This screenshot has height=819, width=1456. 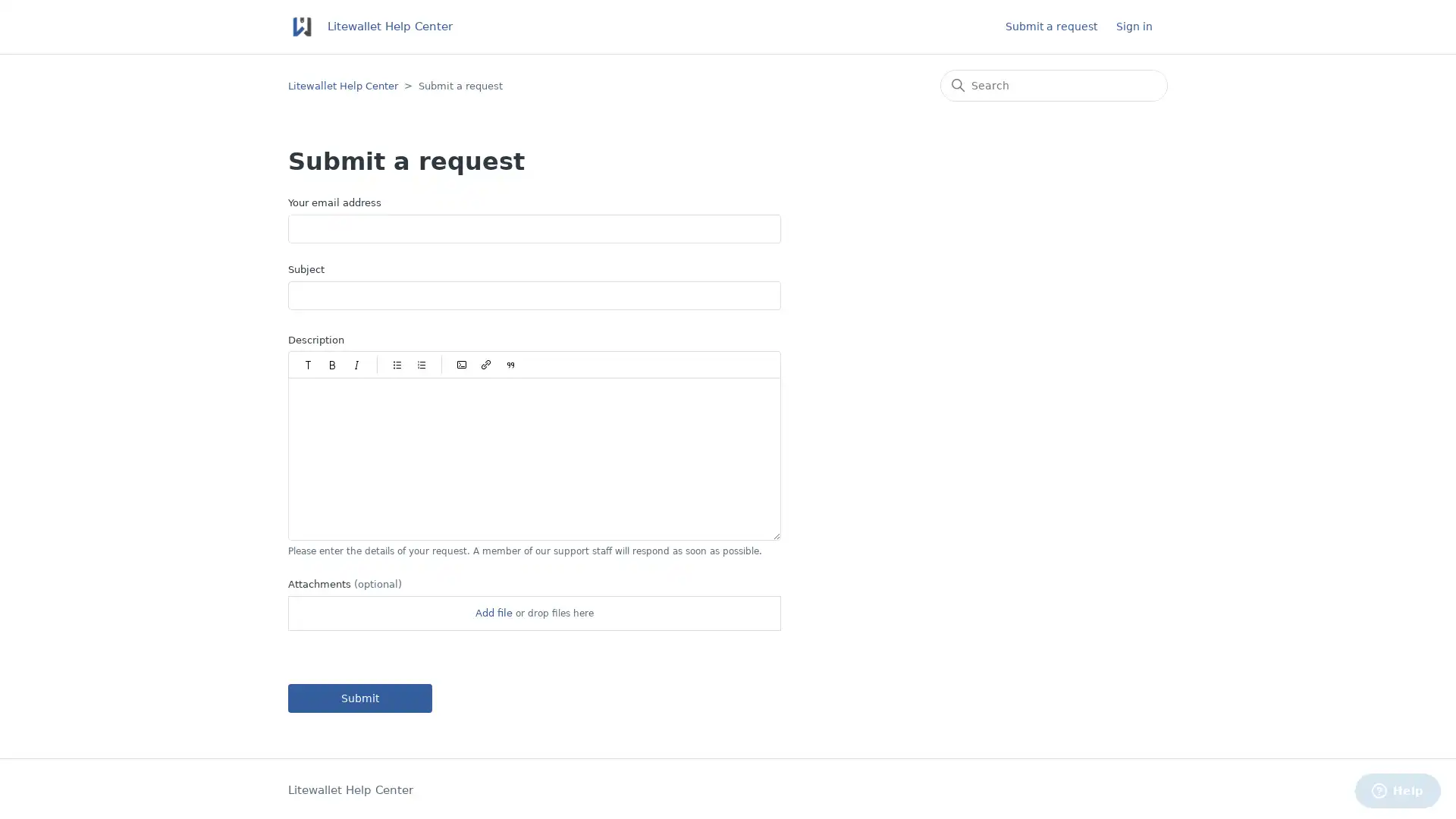 What do you see at coordinates (359, 698) in the screenshot?
I see `Submit` at bounding box center [359, 698].